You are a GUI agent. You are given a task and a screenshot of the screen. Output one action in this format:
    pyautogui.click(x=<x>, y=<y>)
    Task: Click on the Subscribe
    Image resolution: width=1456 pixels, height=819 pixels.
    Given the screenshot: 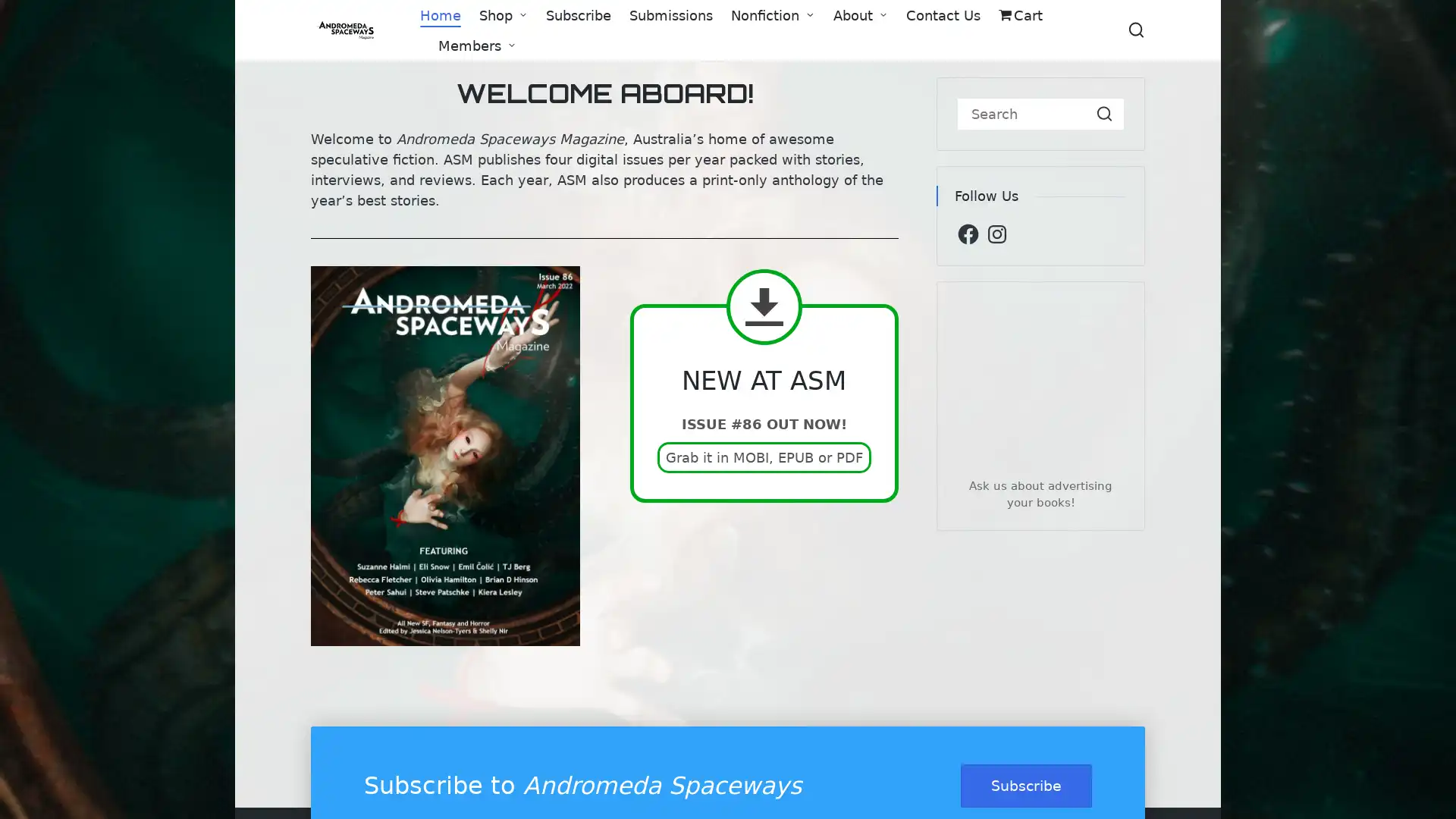 What is the action you would take?
    pyautogui.click(x=1026, y=785)
    